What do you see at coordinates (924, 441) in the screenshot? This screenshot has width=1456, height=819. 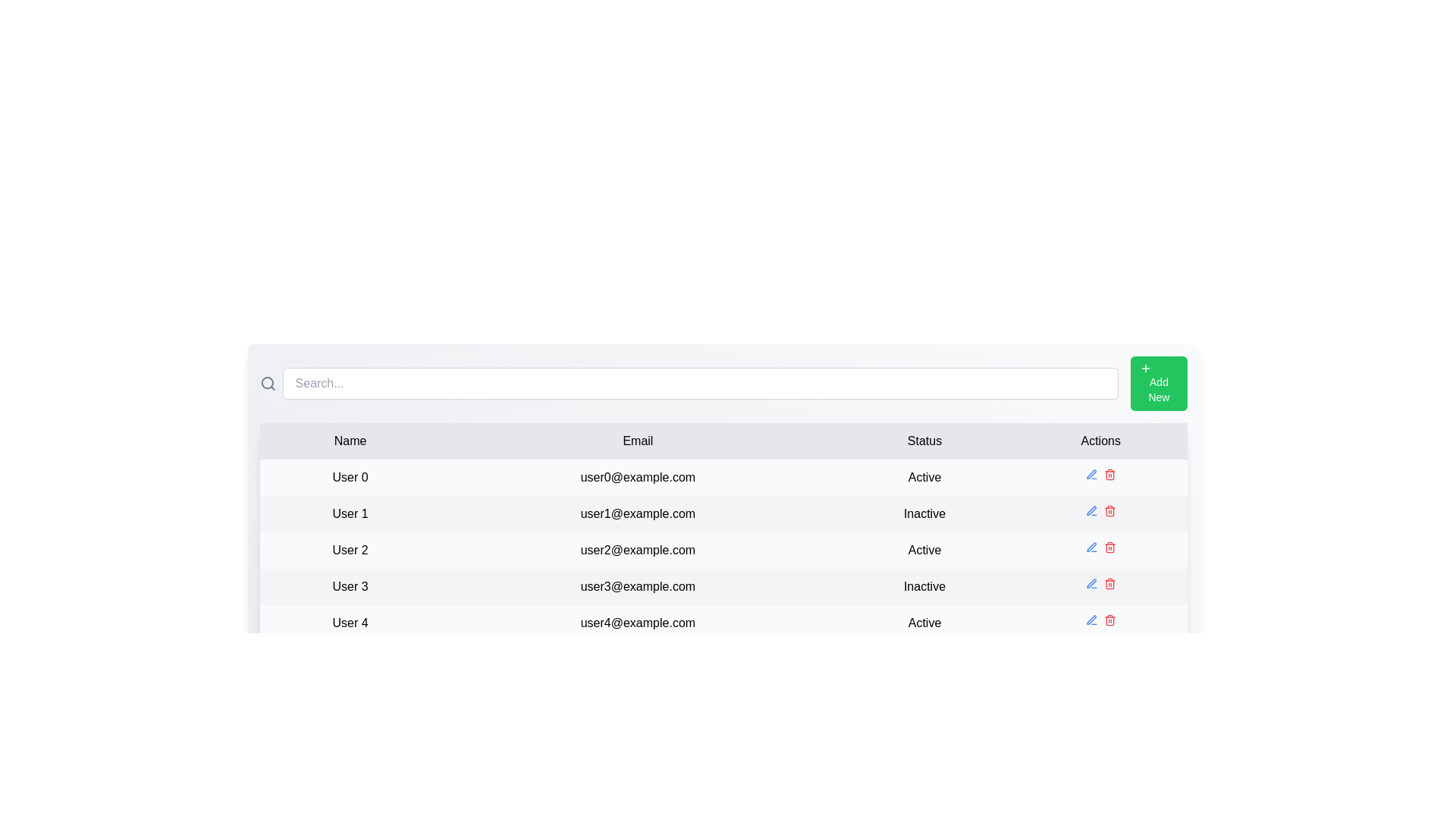 I see `the column header Status to inspect it` at bounding box center [924, 441].